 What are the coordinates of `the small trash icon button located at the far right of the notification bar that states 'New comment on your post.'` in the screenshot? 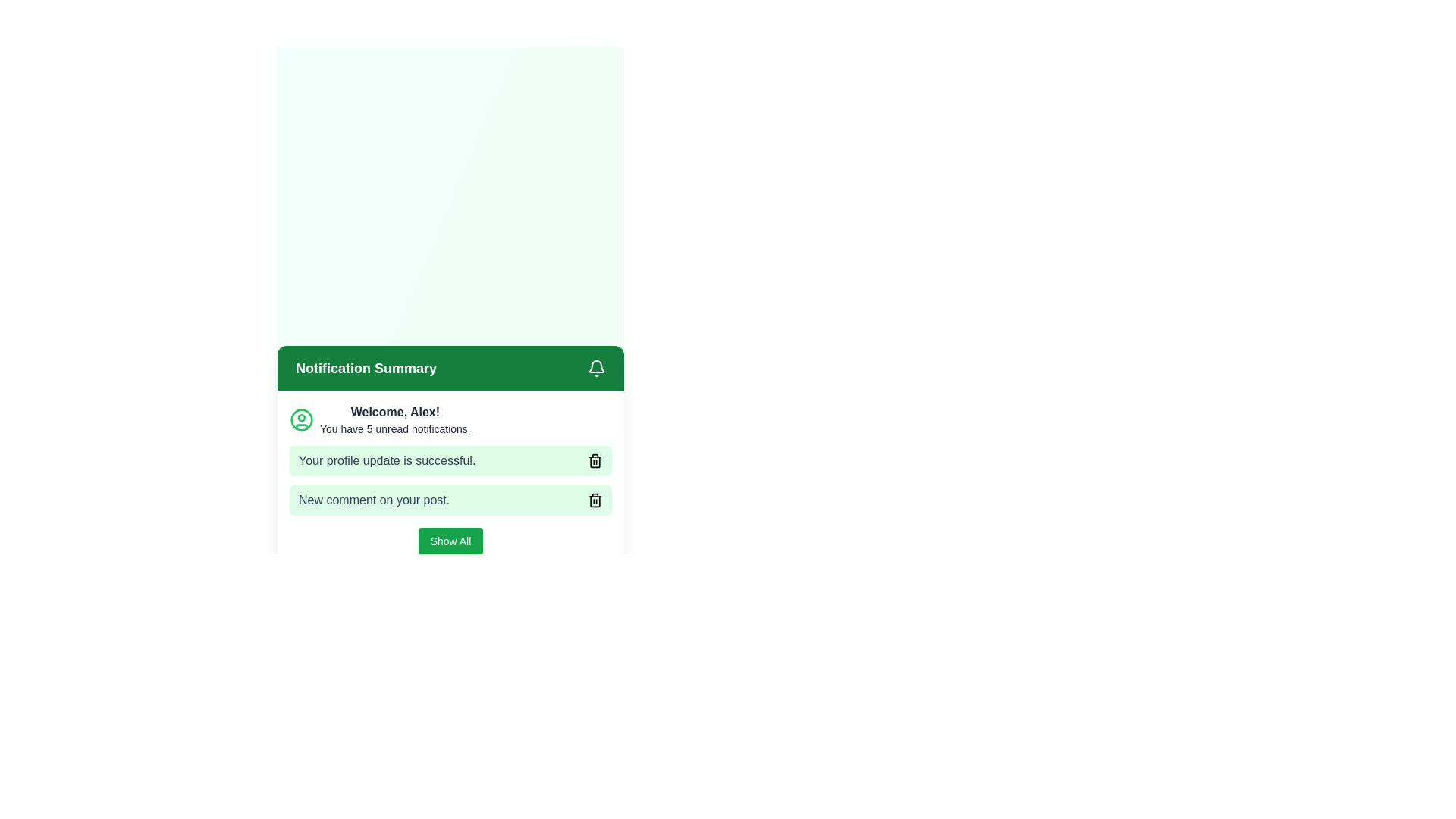 It's located at (595, 500).